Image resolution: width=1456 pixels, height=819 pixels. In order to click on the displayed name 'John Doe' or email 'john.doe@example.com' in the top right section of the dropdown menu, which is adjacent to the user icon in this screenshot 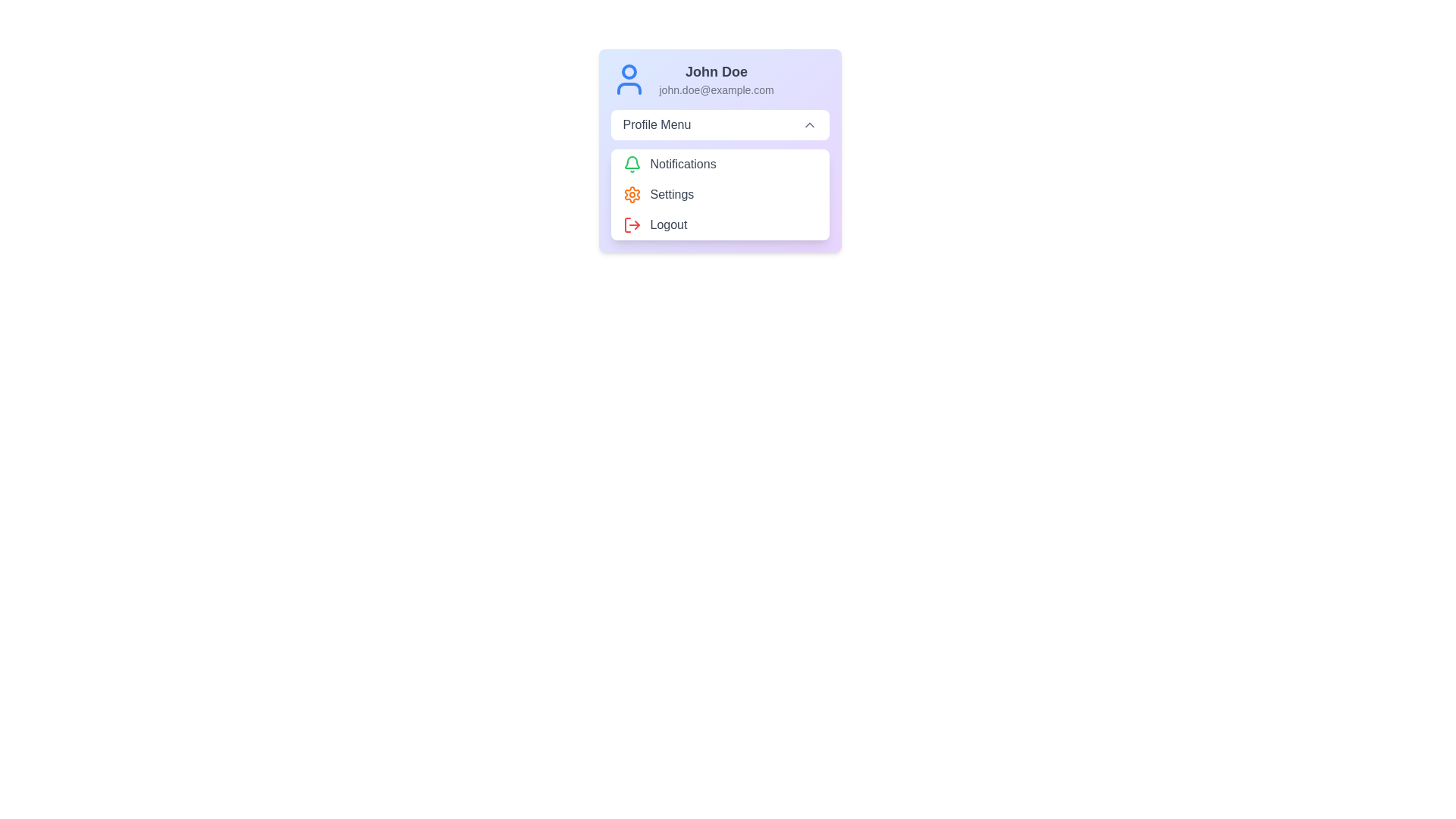, I will do `click(716, 79)`.